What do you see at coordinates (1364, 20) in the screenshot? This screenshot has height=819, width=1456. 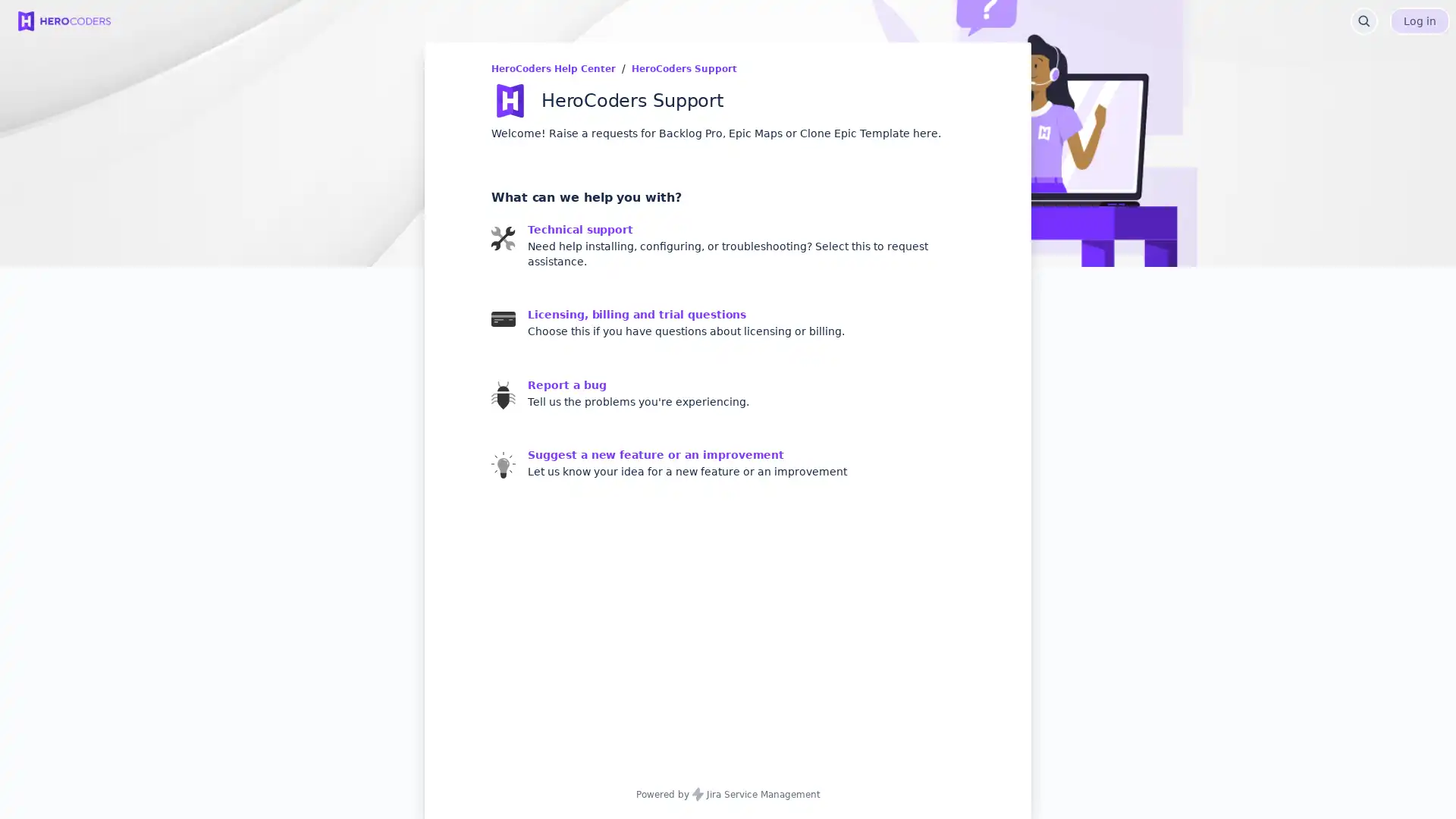 I see `Search` at bounding box center [1364, 20].